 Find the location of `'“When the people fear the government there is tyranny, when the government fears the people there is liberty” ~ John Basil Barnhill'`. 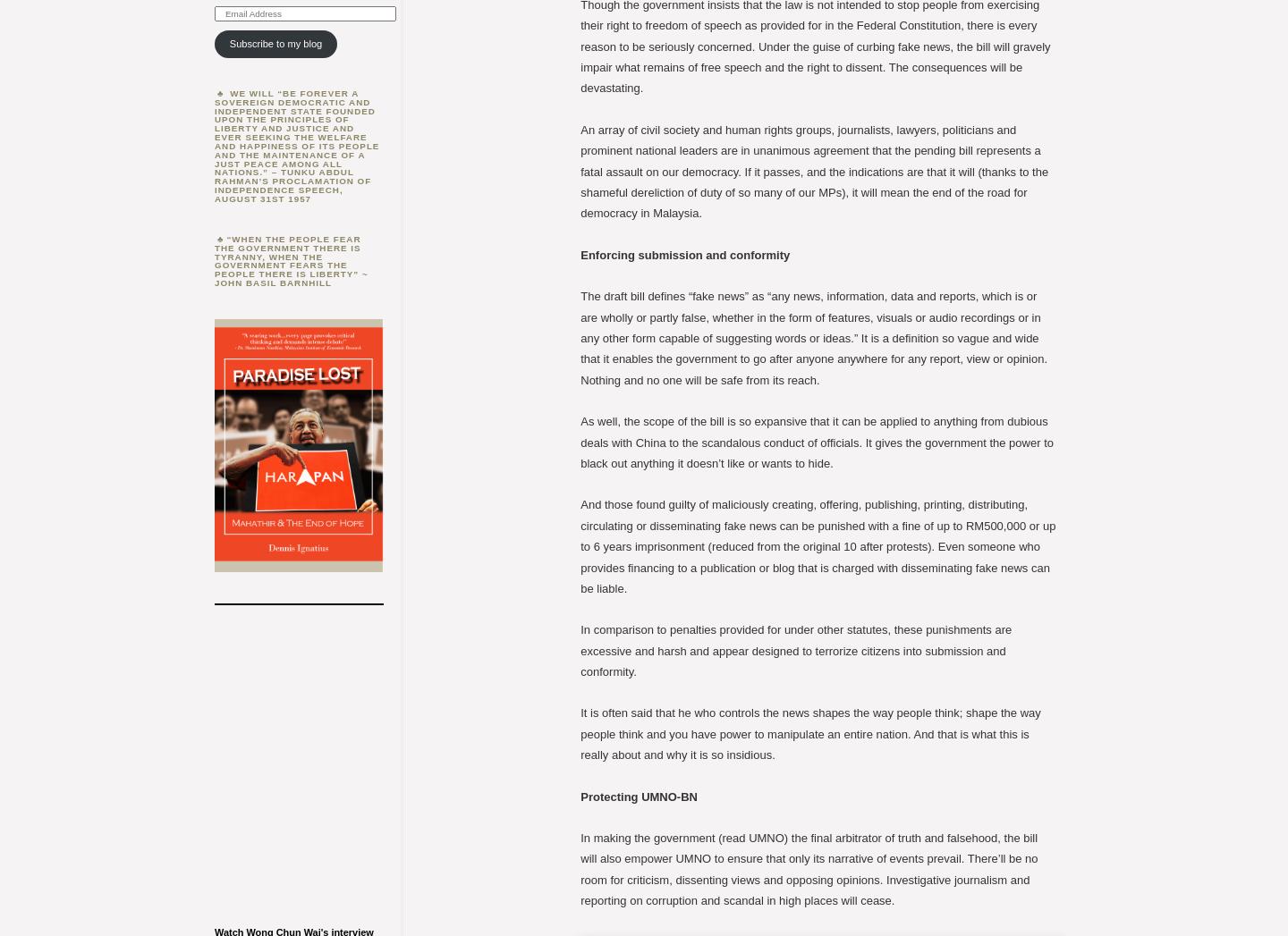

'“When the people fear the government there is tyranny, when the government fears the people there is liberty” ~ John Basil Barnhill' is located at coordinates (291, 259).